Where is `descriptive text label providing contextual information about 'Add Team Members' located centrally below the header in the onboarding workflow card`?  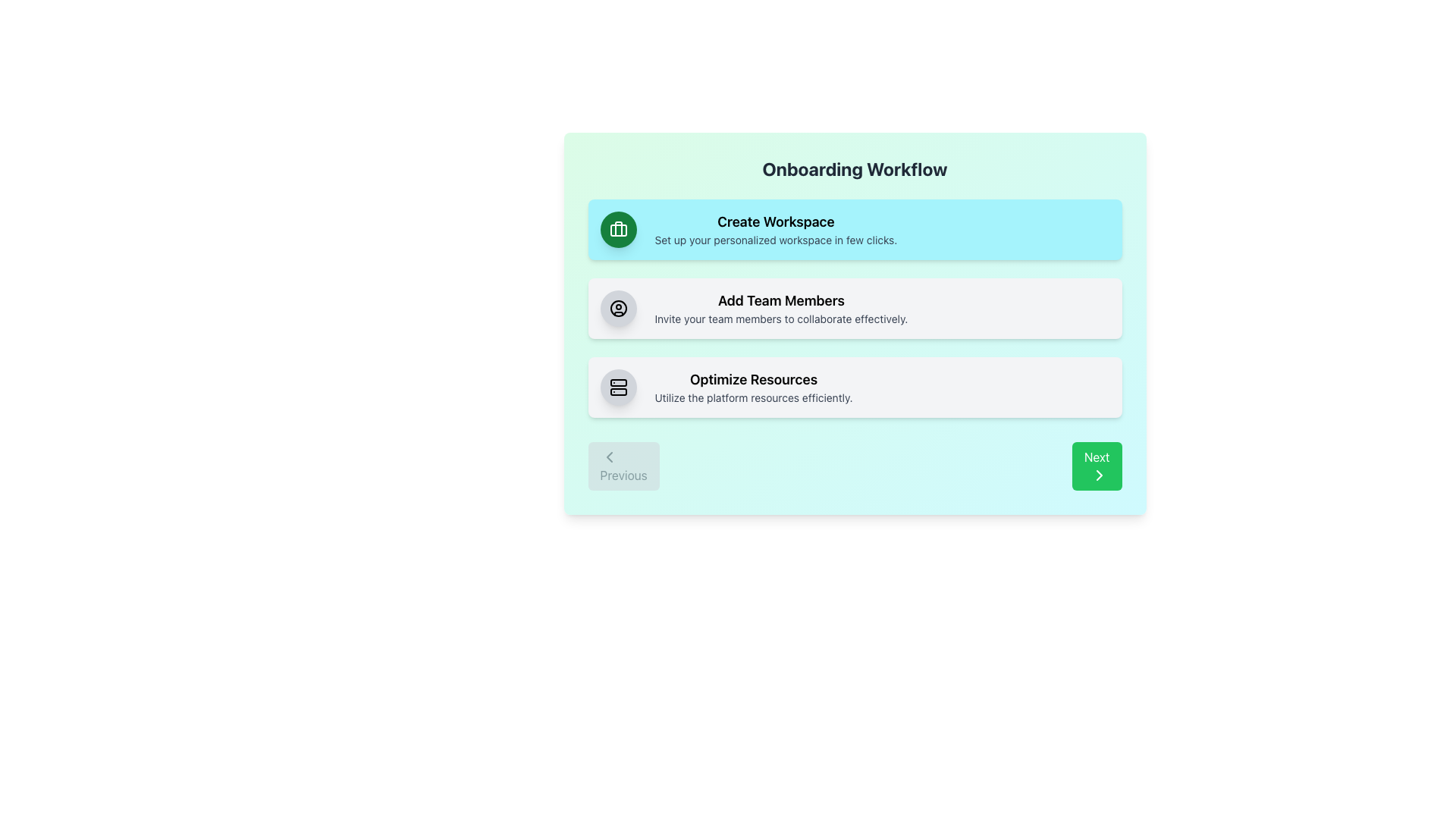 descriptive text label providing contextual information about 'Add Team Members' located centrally below the header in the onboarding workflow card is located at coordinates (781, 318).